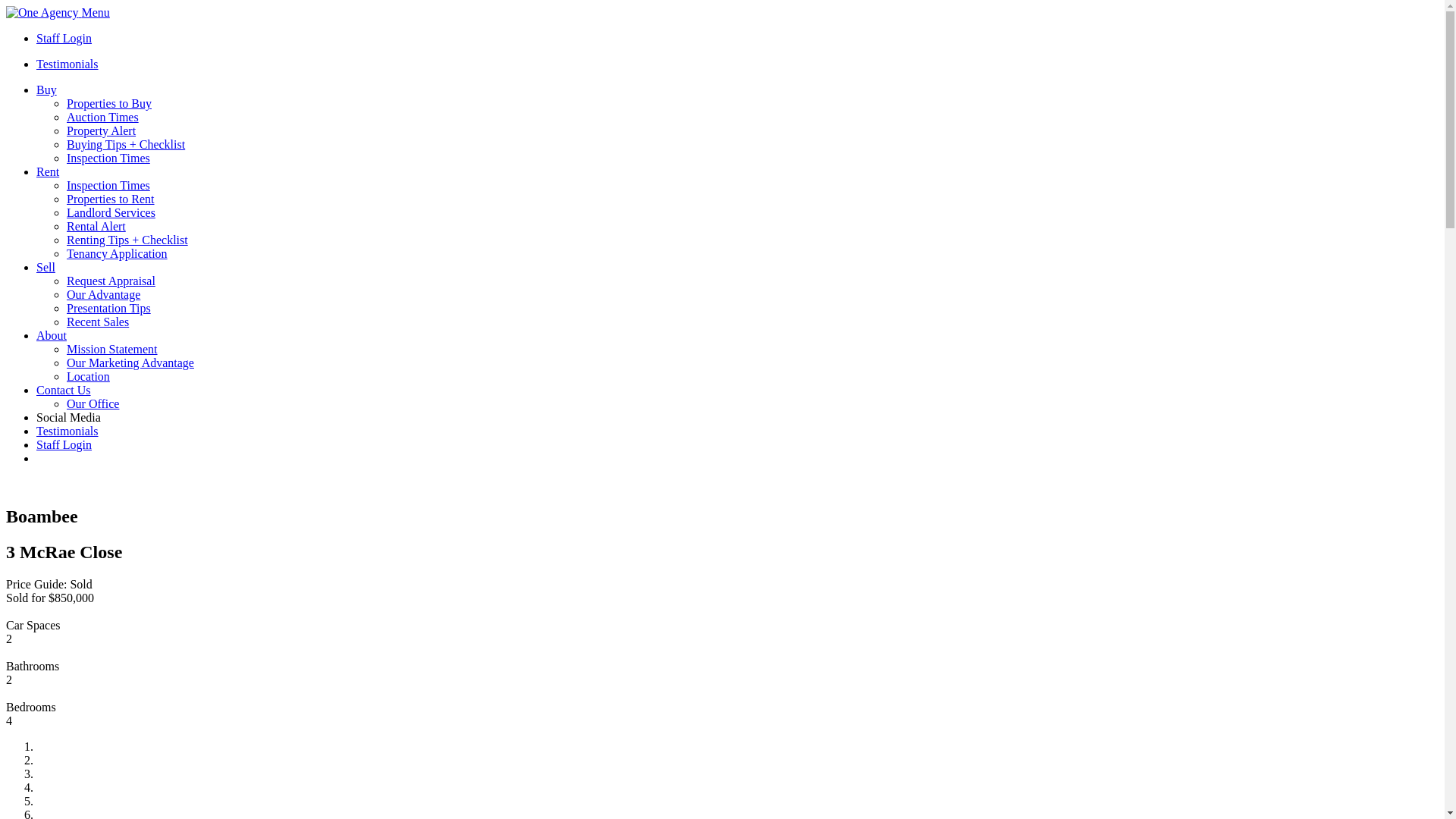 Image resolution: width=1456 pixels, height=819 pixels. What do you see at coordinates (95, 226) in the screenshot?
I see `'Rental Alert'` at bounding box center [95, 226].